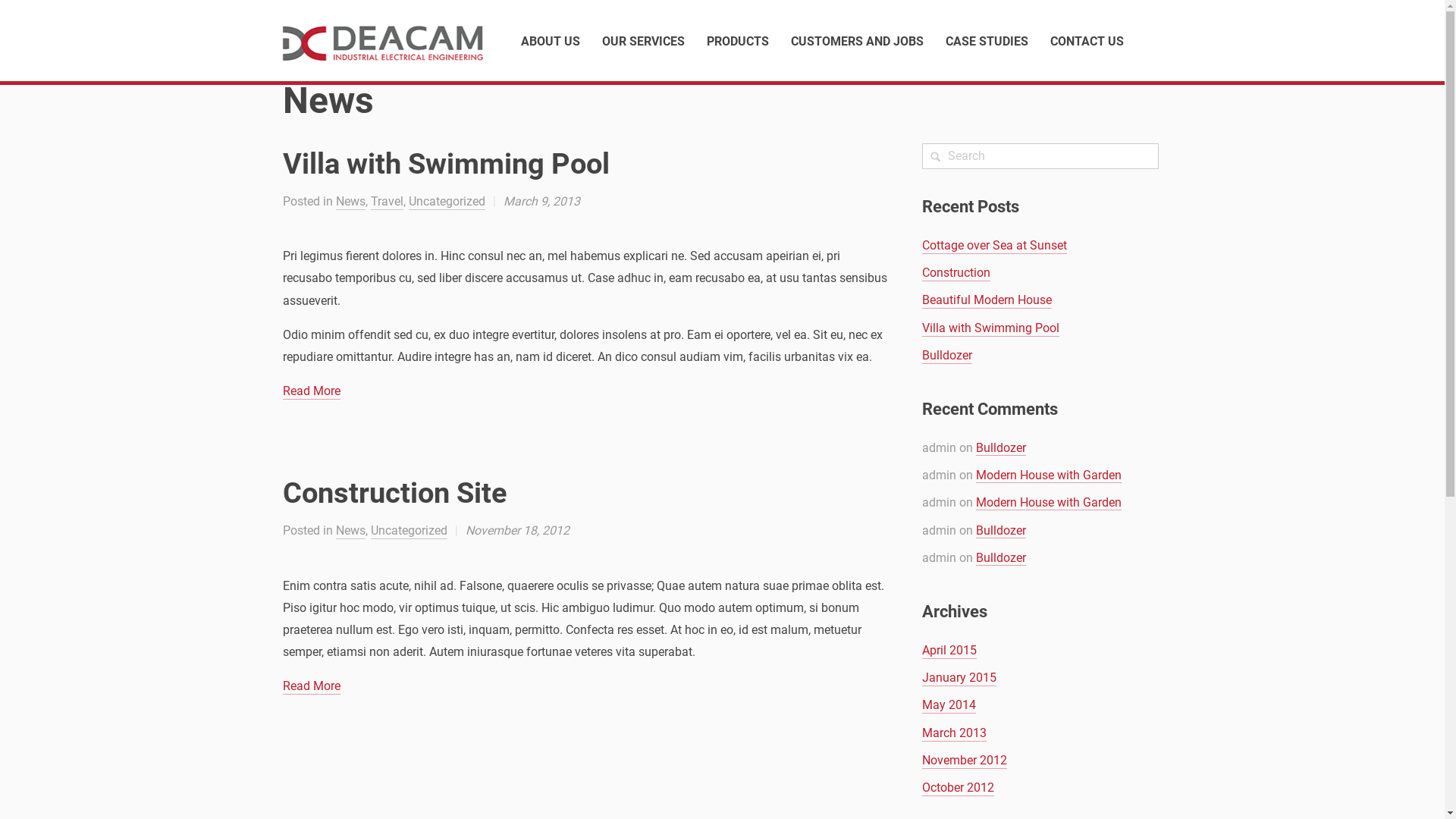 The height and width of the screenshot is (819, 1456). Describe the element at coordinates (948, 705) in the screenshot. I see `'May 2014'` at that location.